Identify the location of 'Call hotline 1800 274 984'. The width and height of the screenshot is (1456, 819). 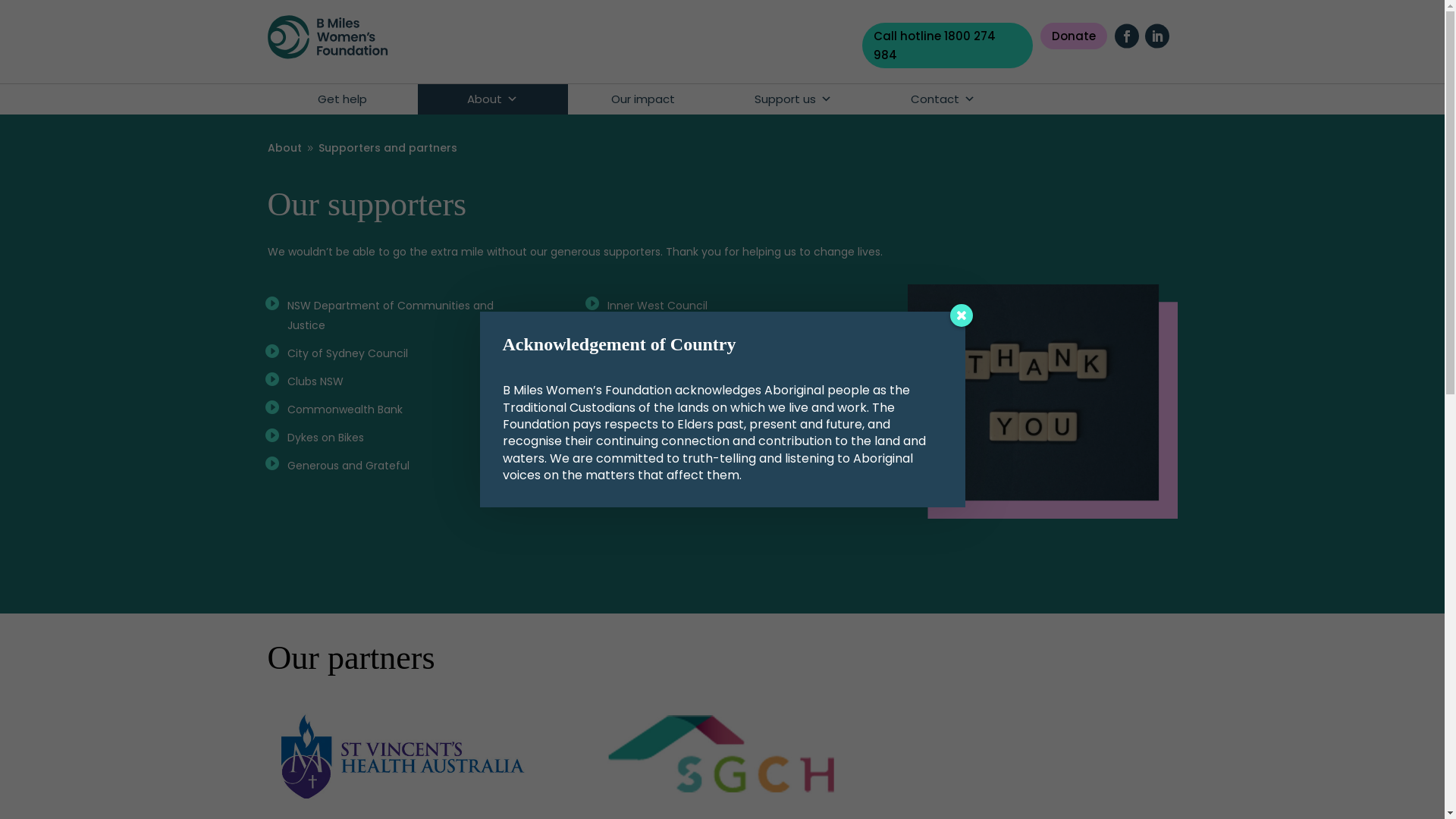
(946, 45).